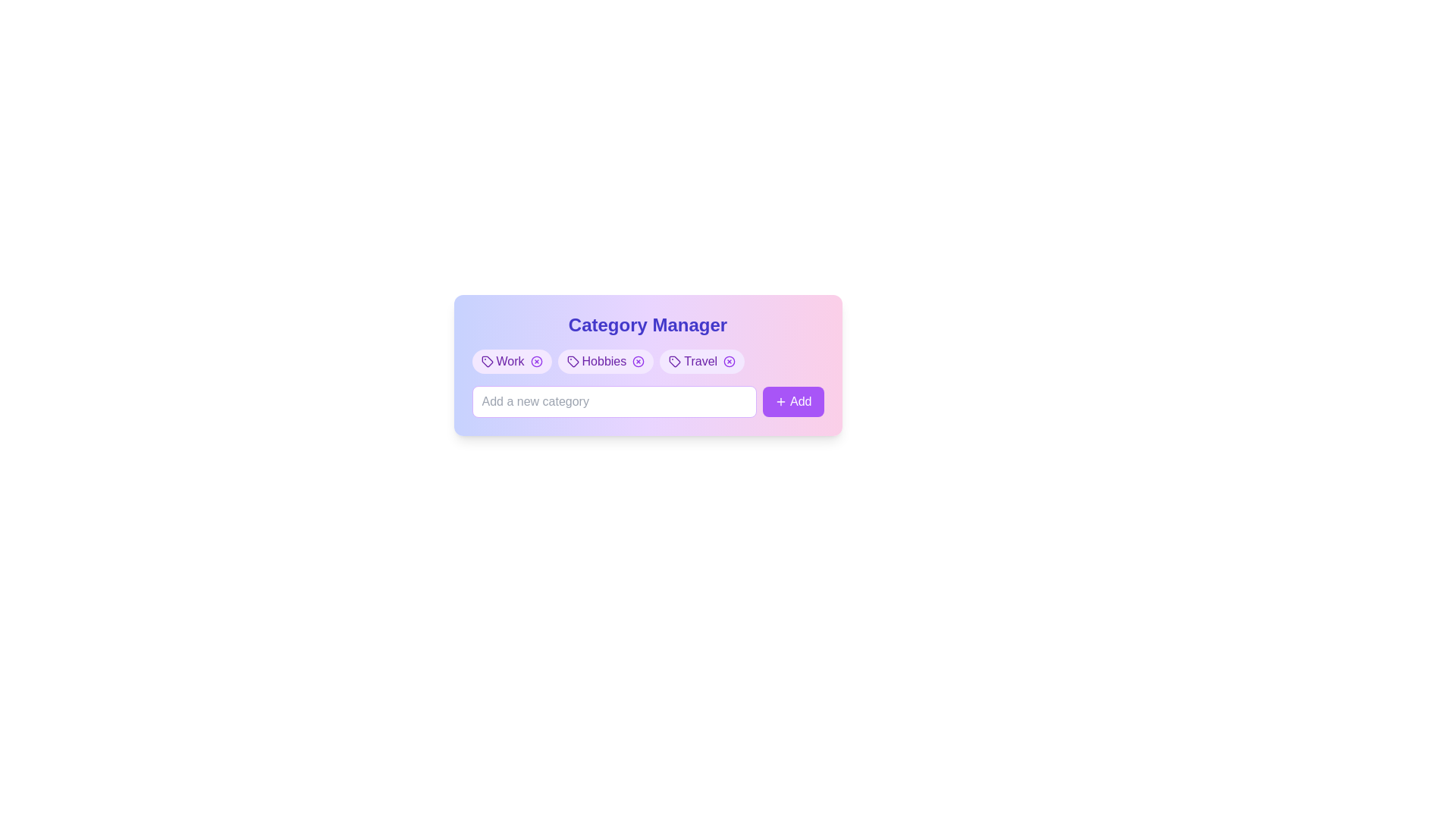 The image size is (1456, 819). I want to click on the rounded rectangular button with a purple background and white text labeled 'Add', so click(792, 400).